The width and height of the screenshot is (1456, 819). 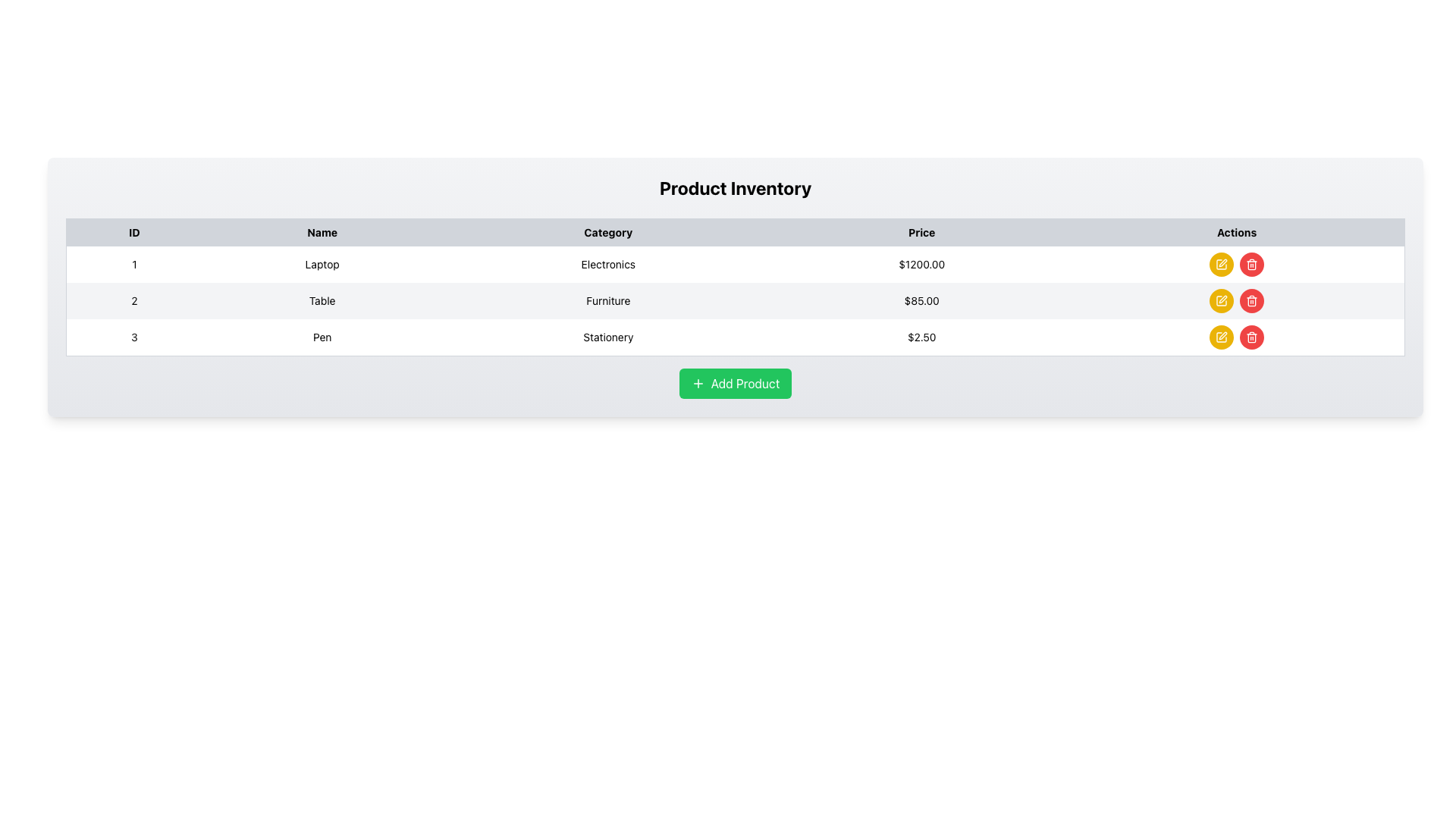 What do you see at coordinates (1252, 301) in the screenshot?
I see `the trash can icon button with a red circular background located in the last row of the table under the 'Actions' column` at bounding box center [1252, 301].